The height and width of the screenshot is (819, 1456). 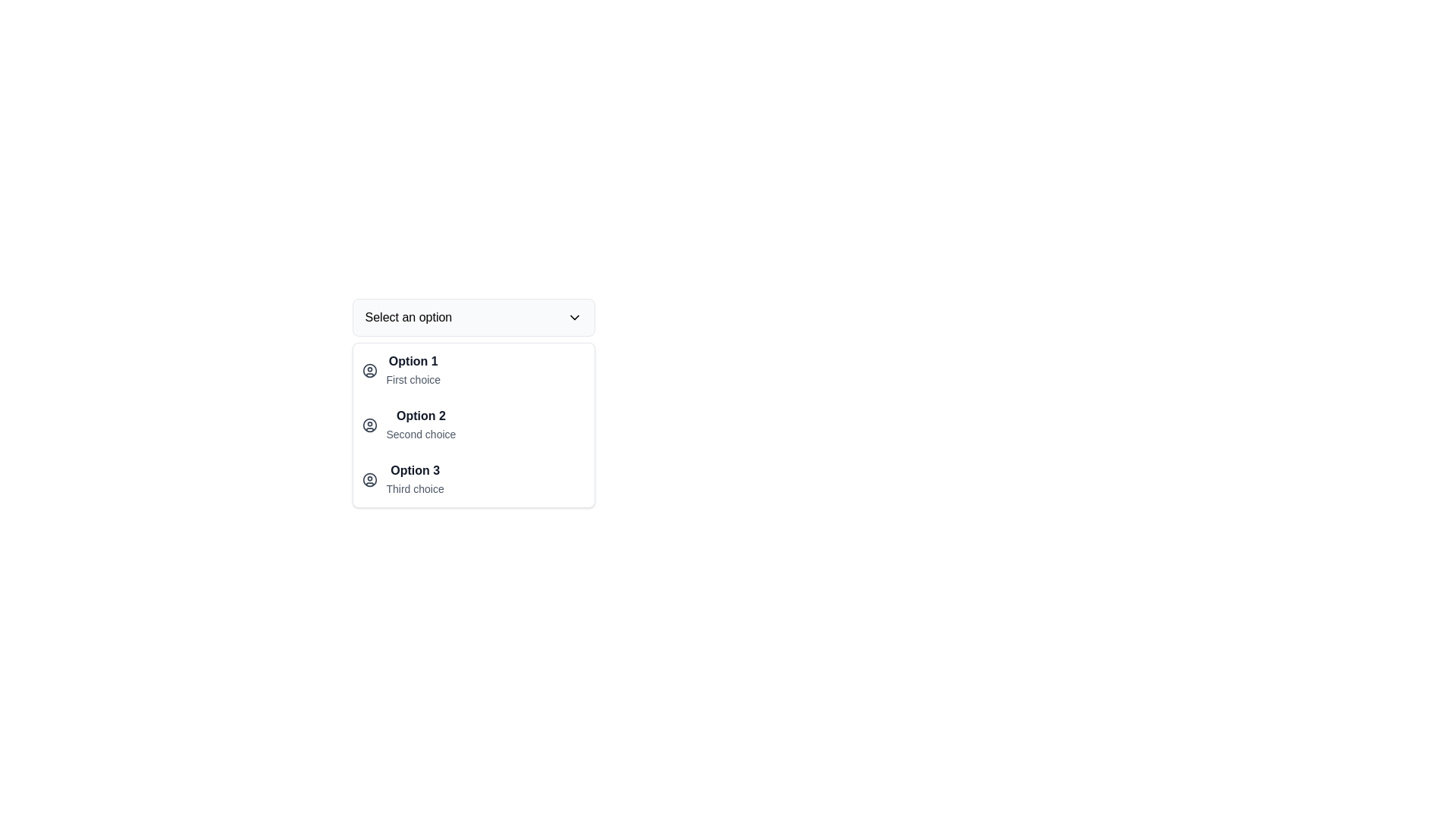 I want to click on the central circular SVG element that represents a user or profile picture placeholder, located next to the text 'Option 3 Third choice' in the dropdown list, so click(x=369, y=479).